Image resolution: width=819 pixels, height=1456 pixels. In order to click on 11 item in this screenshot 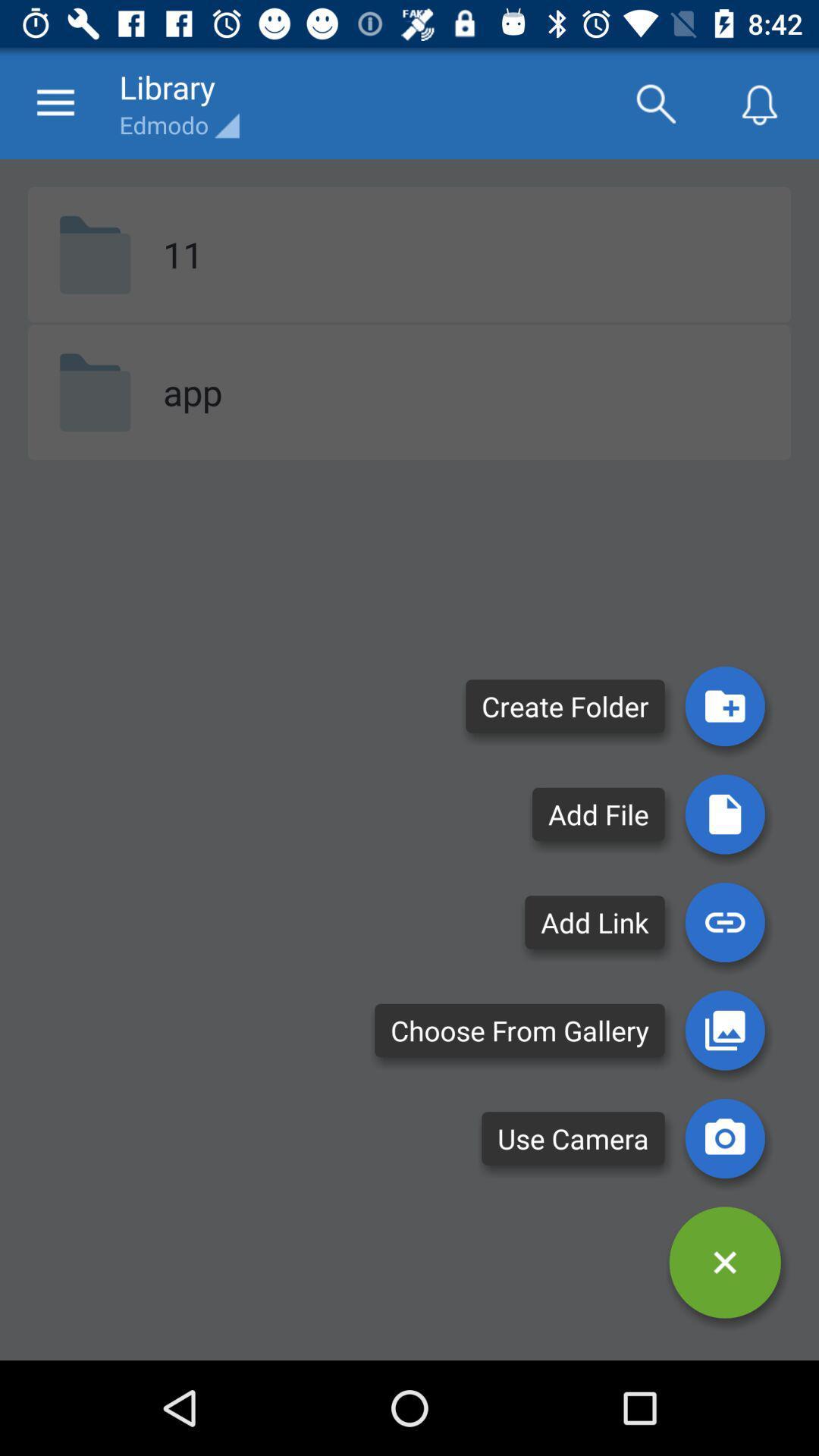, I will do `click(182, 254)`.